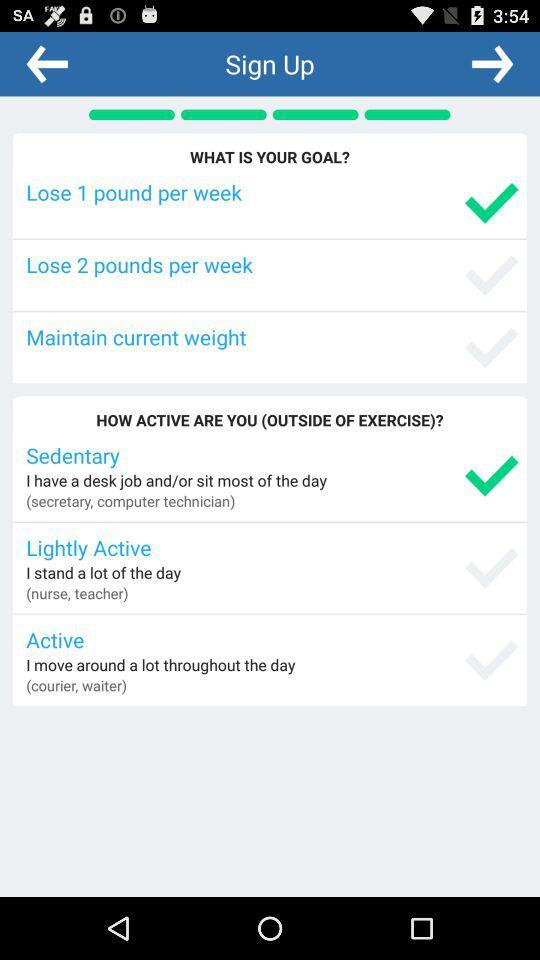  What do you see at coordinates (491, 63) in the screenshot?
I see `the app to the right of the sign up` at bounding box center [491, 63].